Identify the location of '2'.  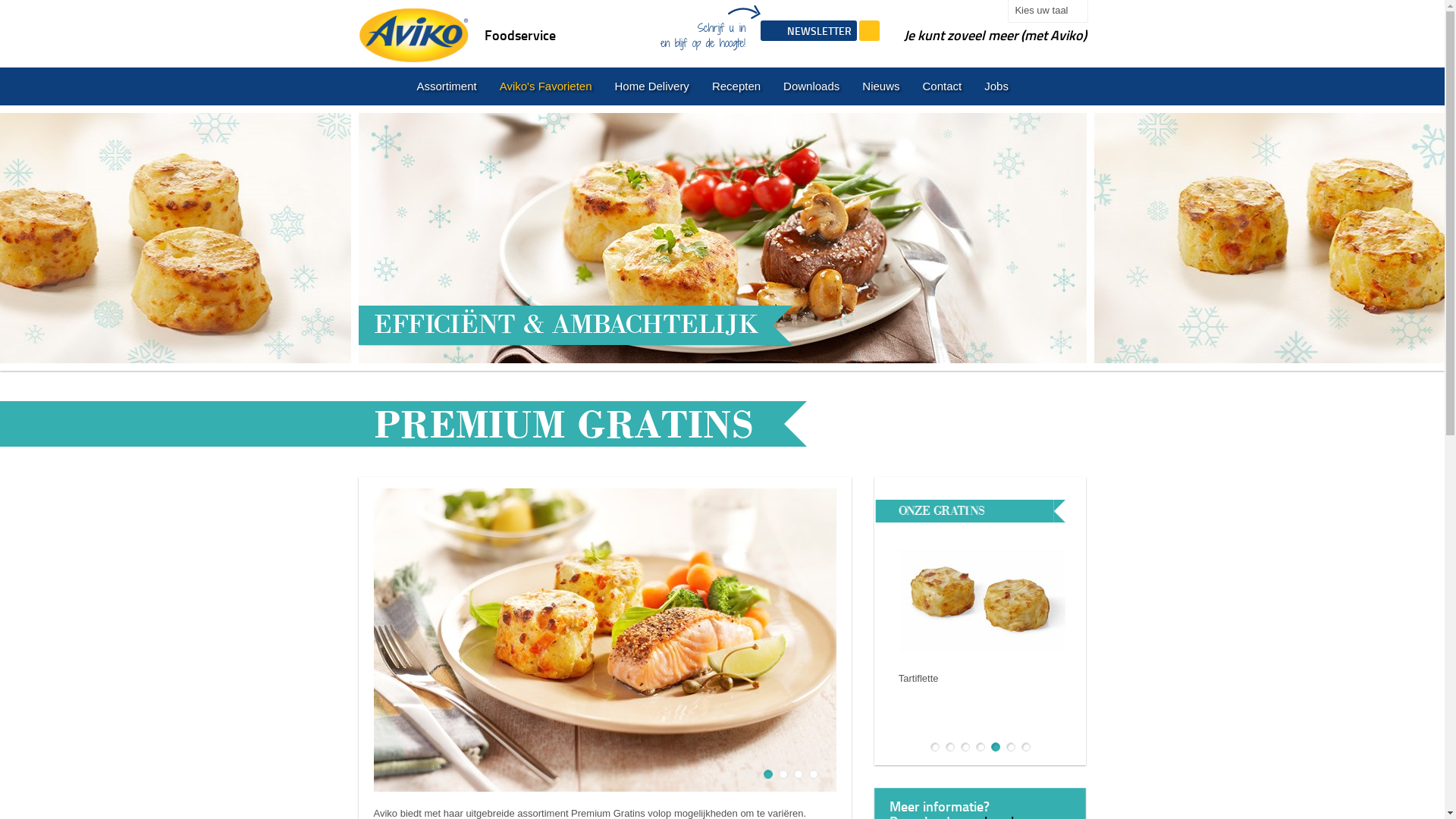
(779, 774).